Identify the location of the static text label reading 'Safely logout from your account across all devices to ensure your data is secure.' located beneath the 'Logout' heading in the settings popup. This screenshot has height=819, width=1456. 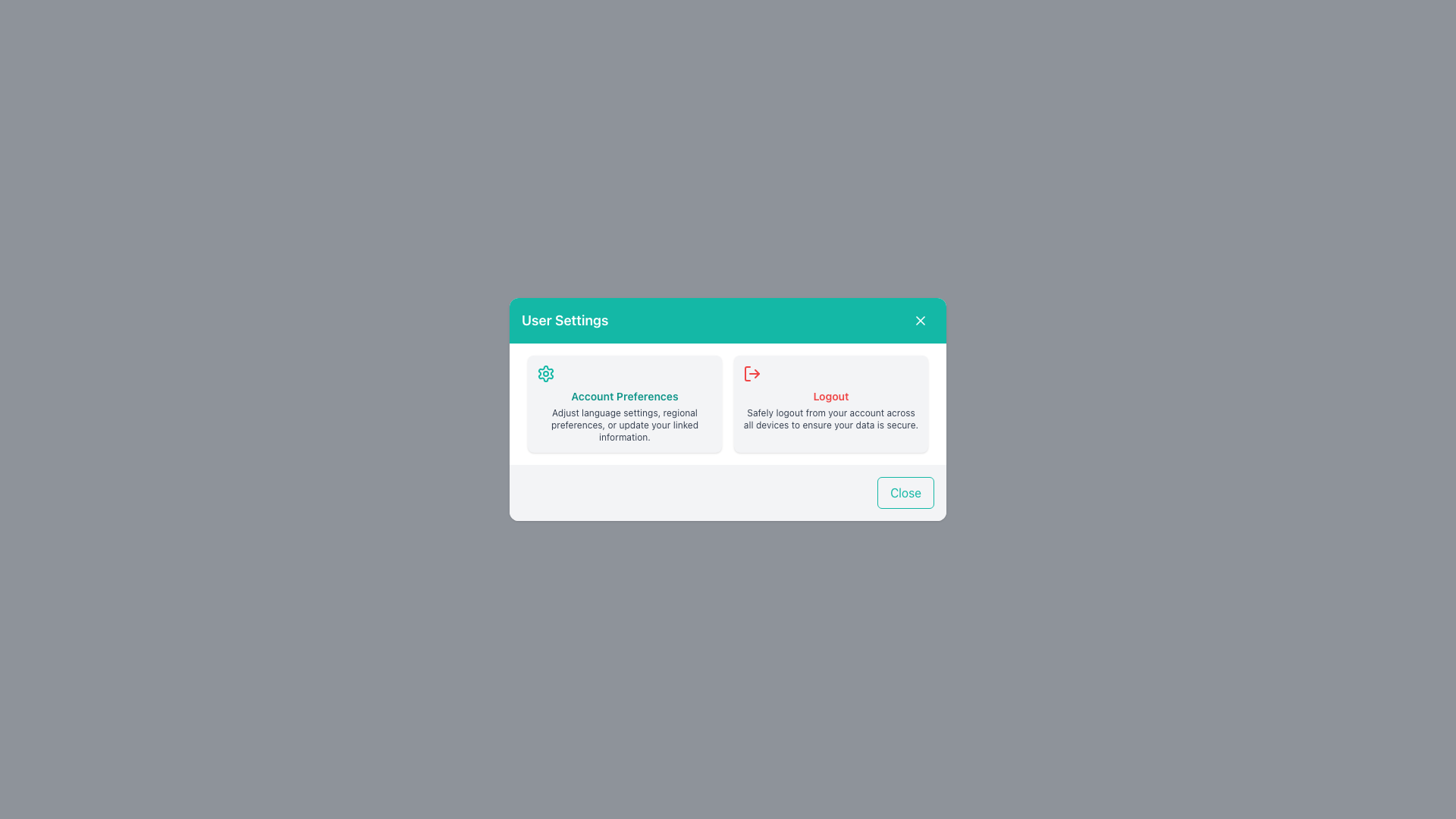
(830, 419).